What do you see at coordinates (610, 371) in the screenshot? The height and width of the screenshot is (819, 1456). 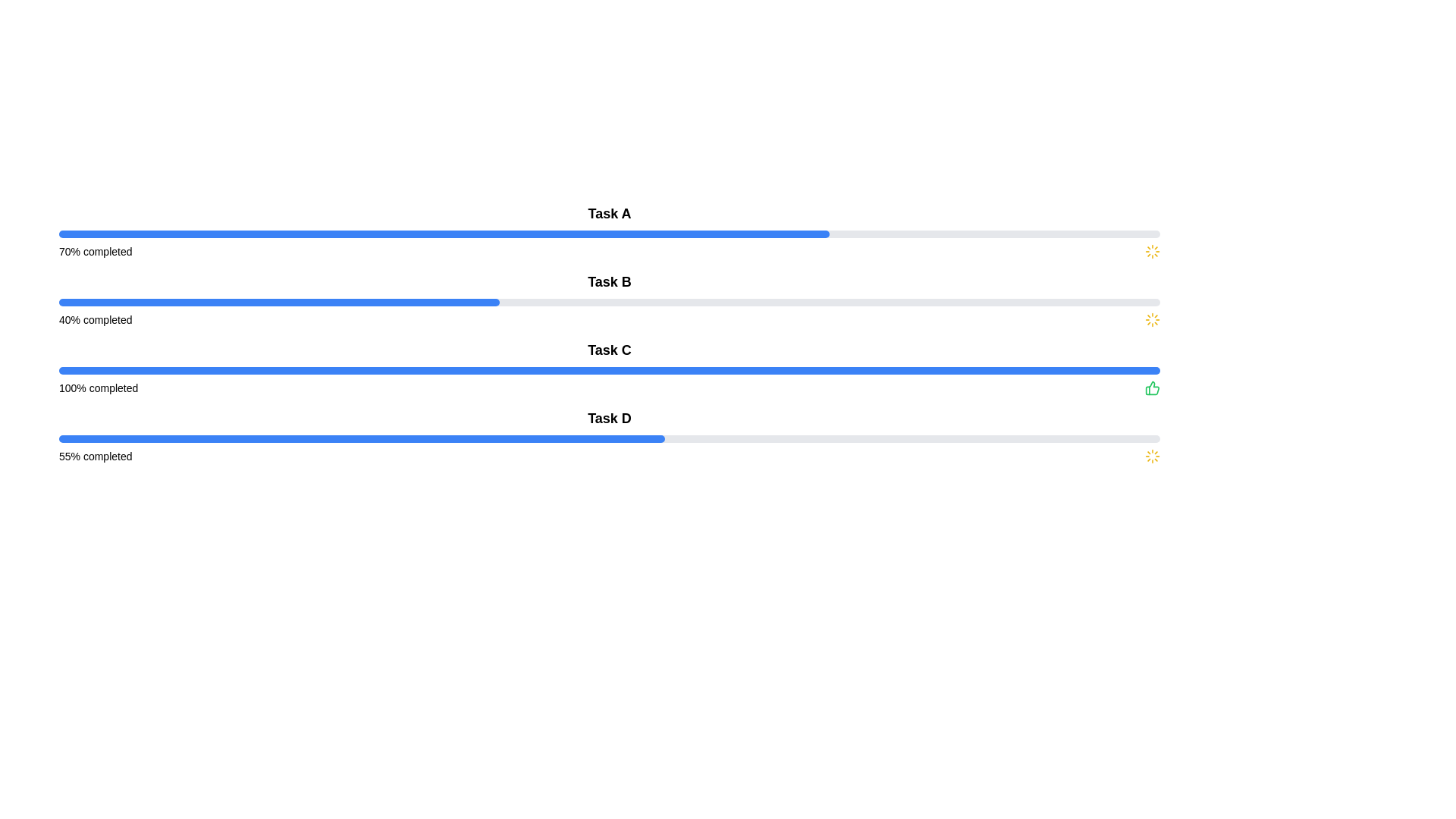 I see `the fully filled blue progress bar located in the 'Task C' section, situated between the title 'Task C' and the text '100% completed'` at bounding box center [610, 371].